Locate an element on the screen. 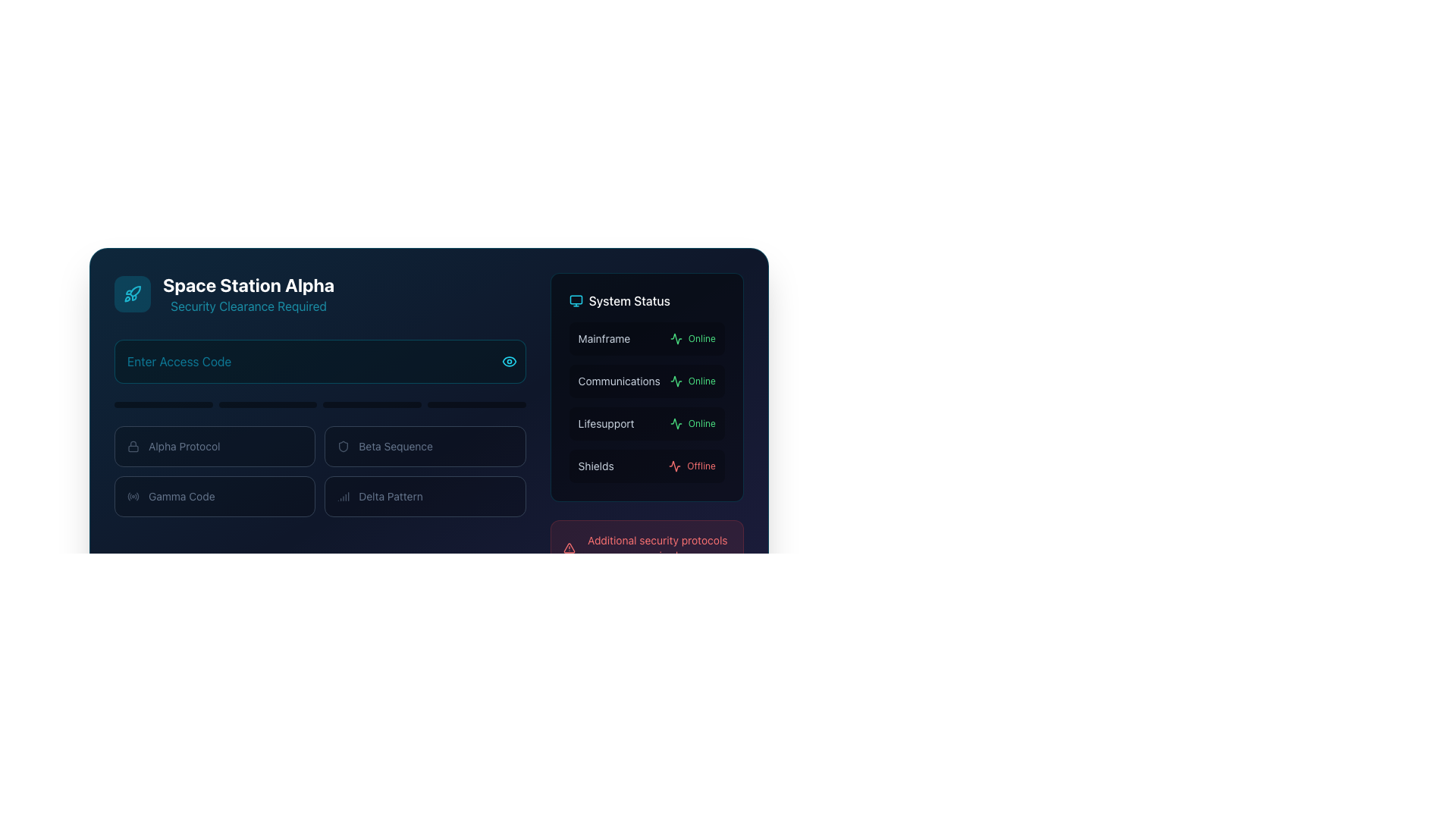 The width and height of the screenshot is (1456, 819). the fourth button labeled 'Delta Pattern' located in the lower-left region of the button group is located at coordinates (425, 497).